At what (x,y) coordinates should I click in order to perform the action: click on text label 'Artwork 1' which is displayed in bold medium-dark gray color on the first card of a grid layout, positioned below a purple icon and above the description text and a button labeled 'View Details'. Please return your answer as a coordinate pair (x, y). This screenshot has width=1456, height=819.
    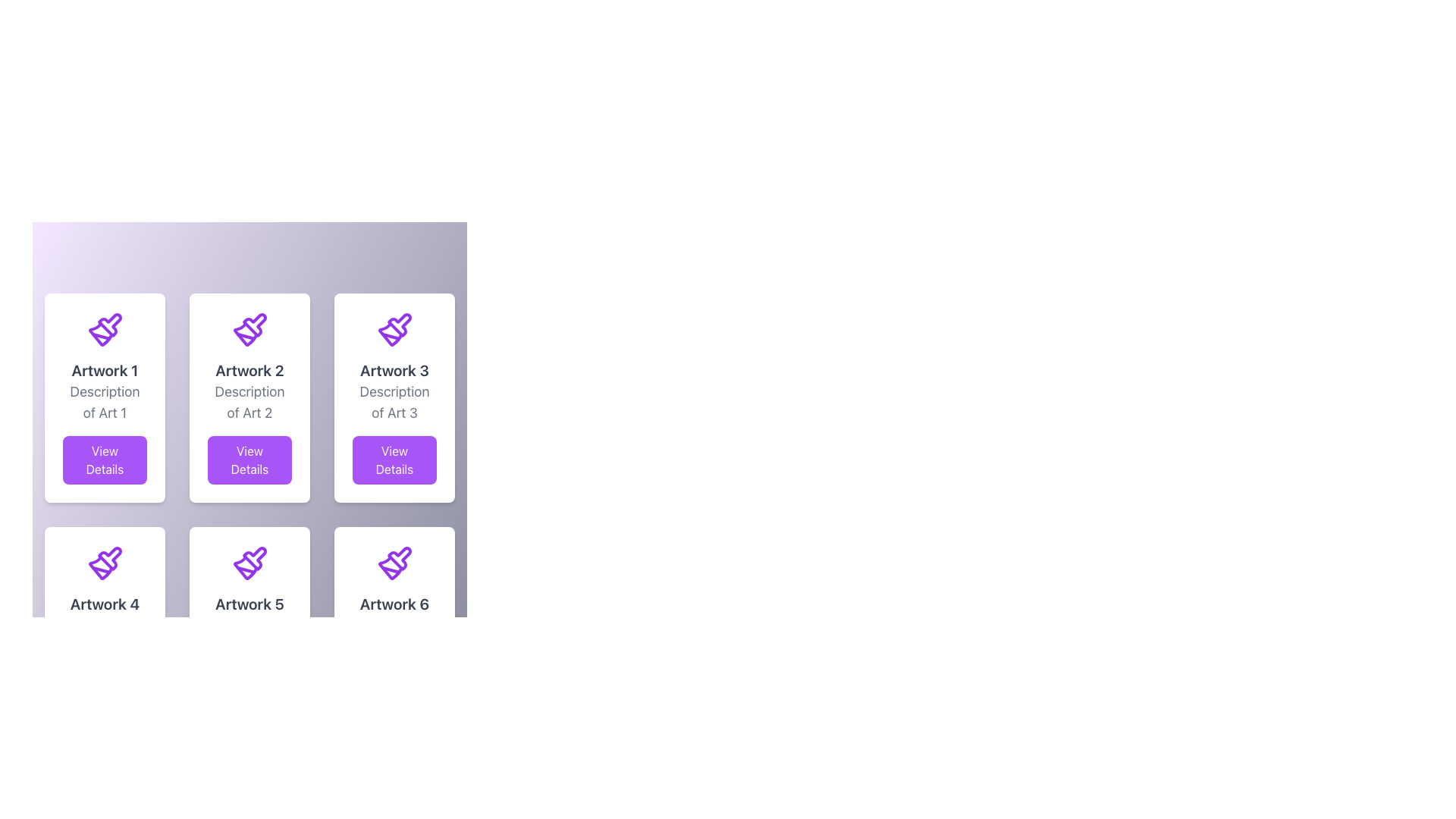
    Looking at the image, I should click on (104, 371).